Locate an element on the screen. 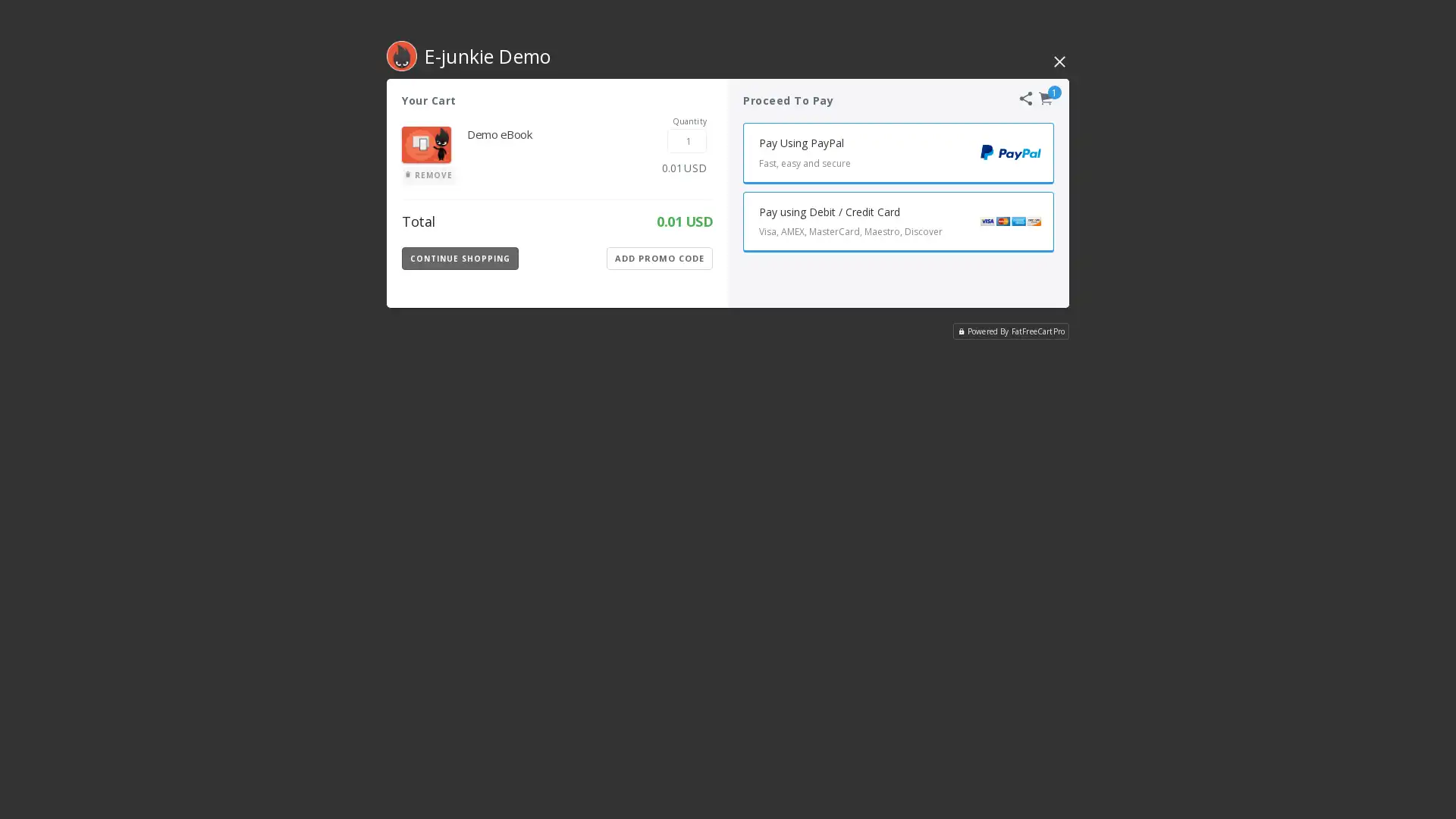  Pay using Debit / Credit Card Visa, AMEX, MasterCard, Maestro, Discover is located at coordinates (899, 221).